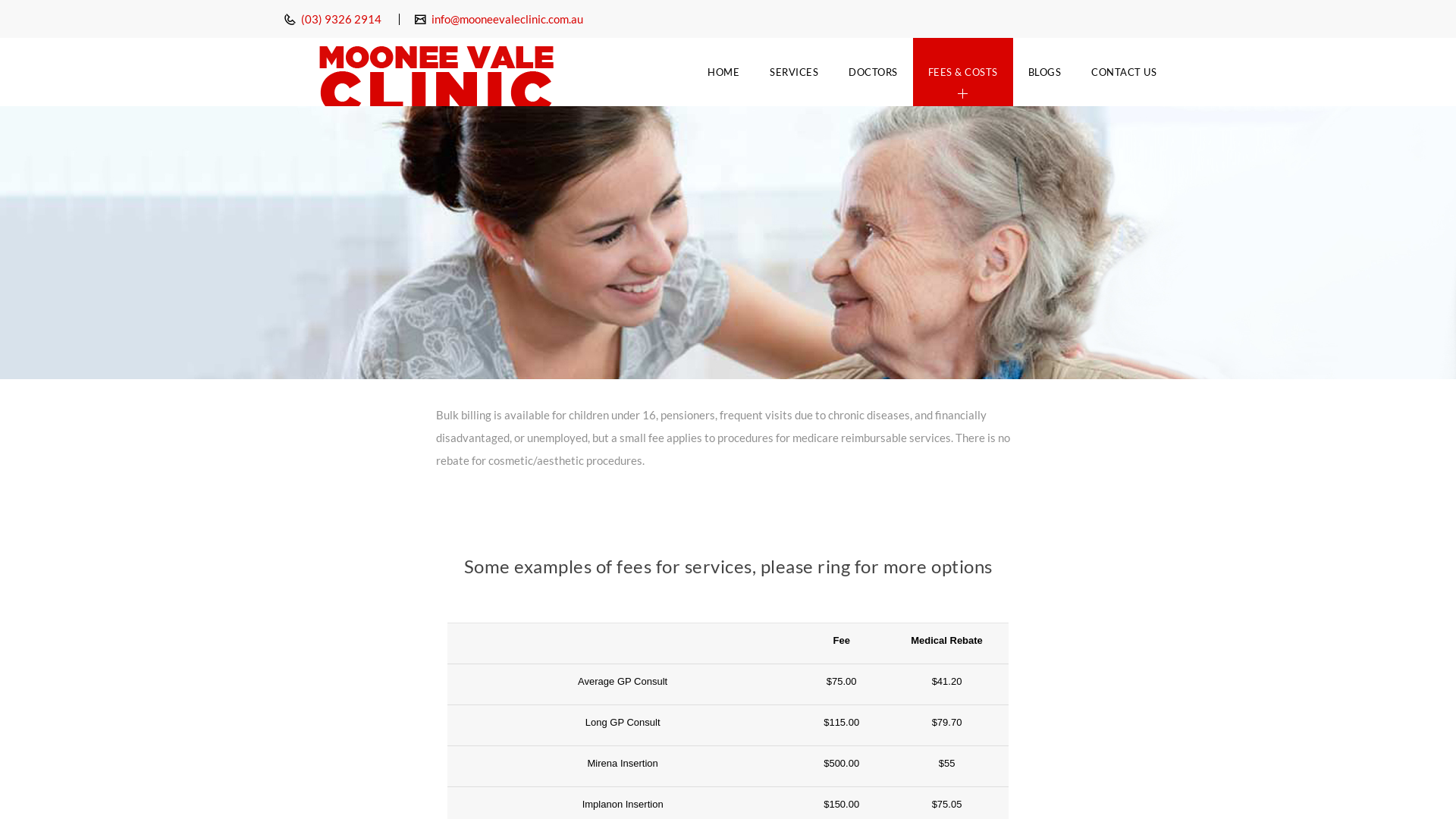 The image size is (1456, 819). Describe the element at coordinates (1043, 72) in the screenshot. I see `'BLOGS'` at that location.